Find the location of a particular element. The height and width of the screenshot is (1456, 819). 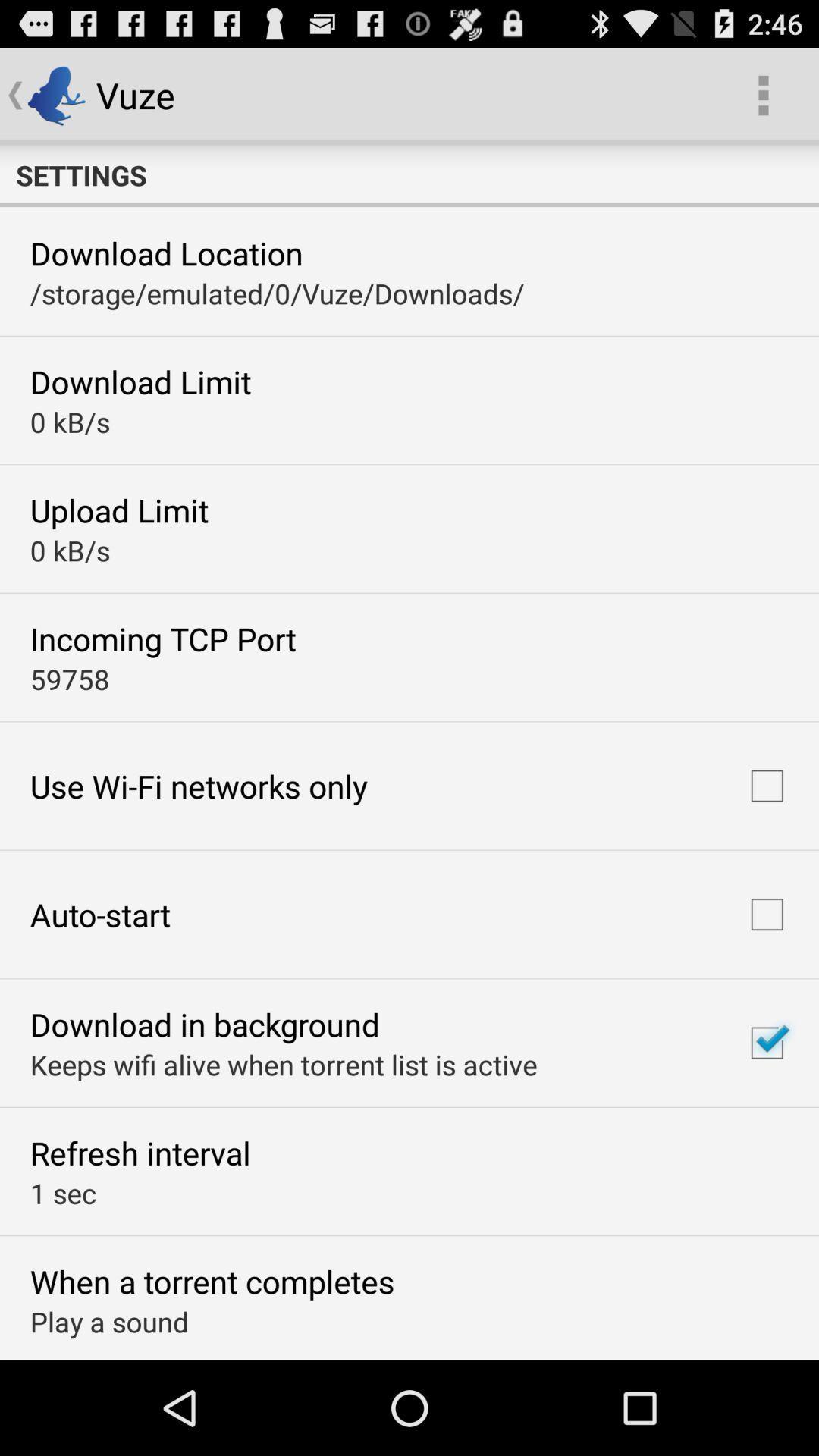

the item below refresh interval icon is located at coordinates (62, 1192).